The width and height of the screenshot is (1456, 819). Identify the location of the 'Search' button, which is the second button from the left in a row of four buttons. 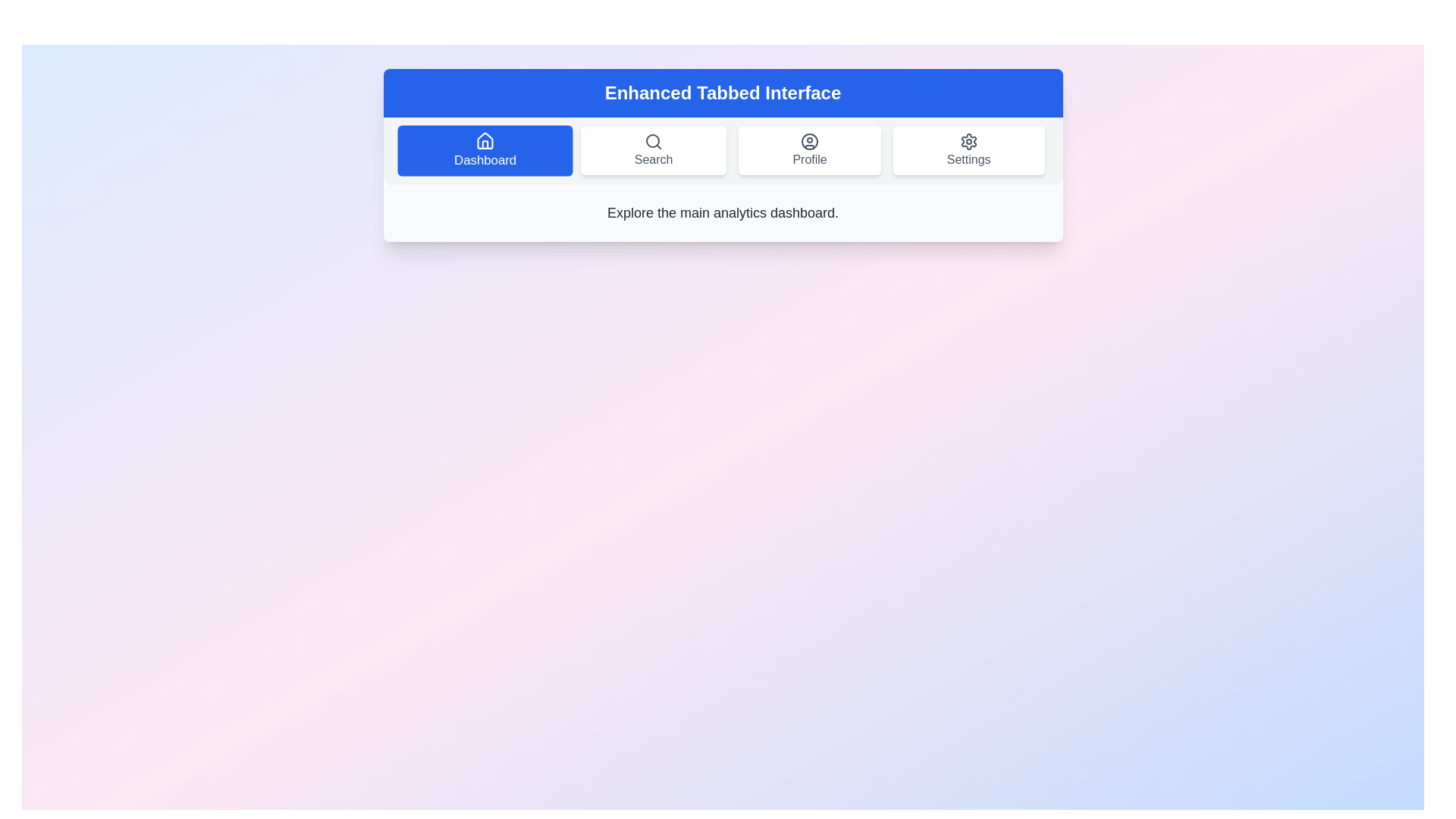
(654, 151).